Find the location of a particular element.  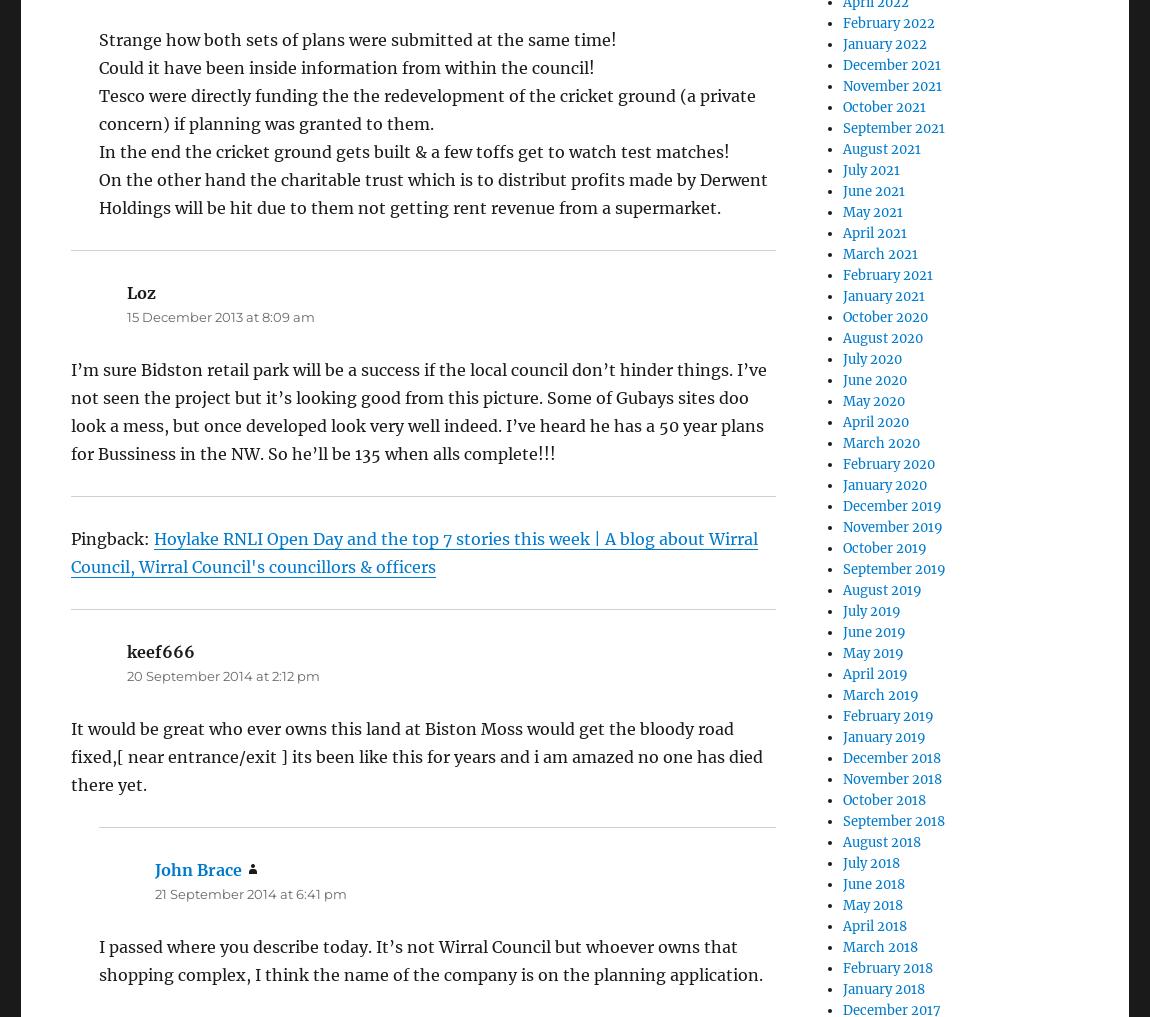

'August 2020' is located at coordinates (882, 338).